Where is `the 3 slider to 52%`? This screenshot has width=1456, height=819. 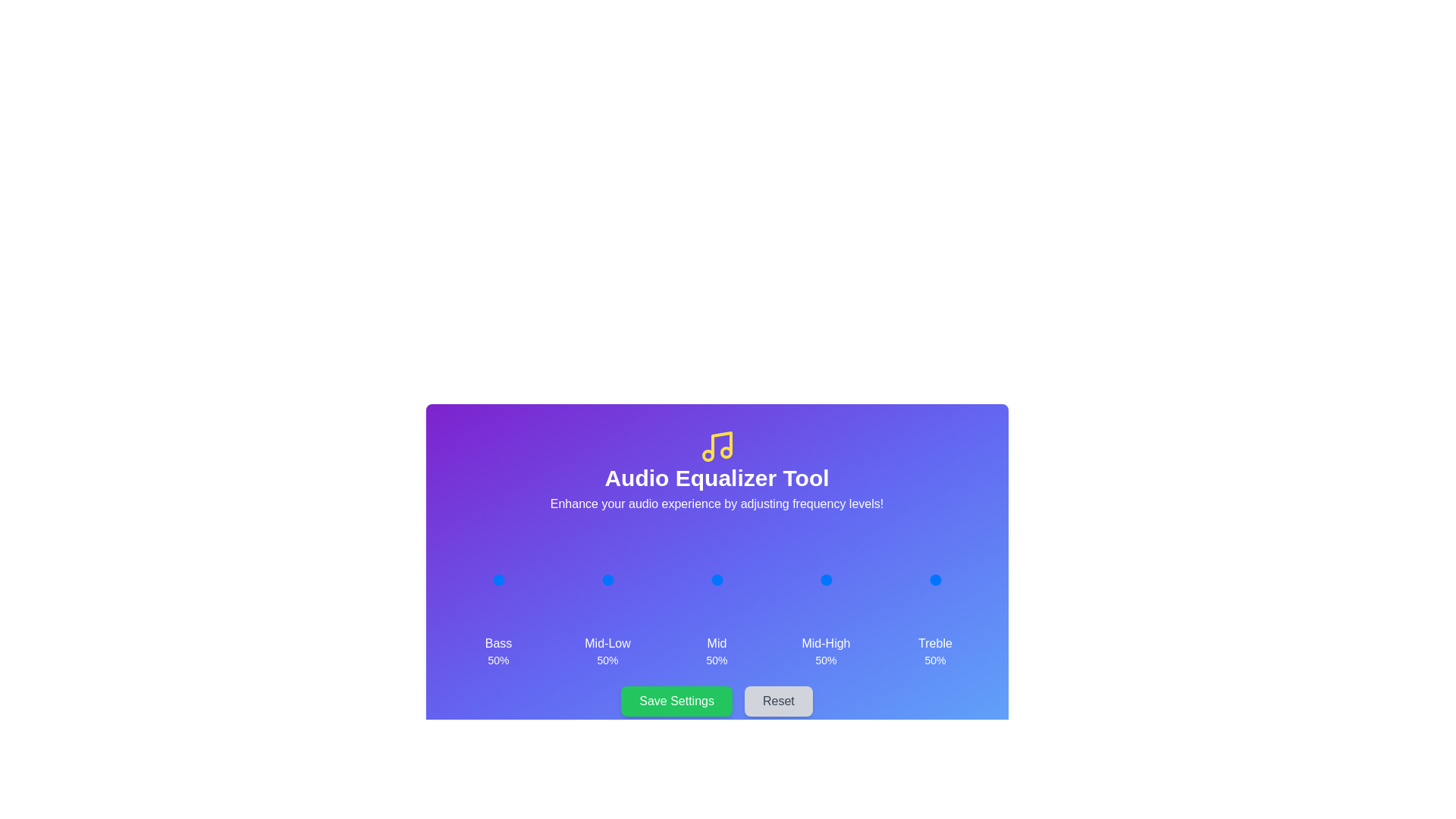 the 3 slider to 52% is located at coordinates (826, 579).